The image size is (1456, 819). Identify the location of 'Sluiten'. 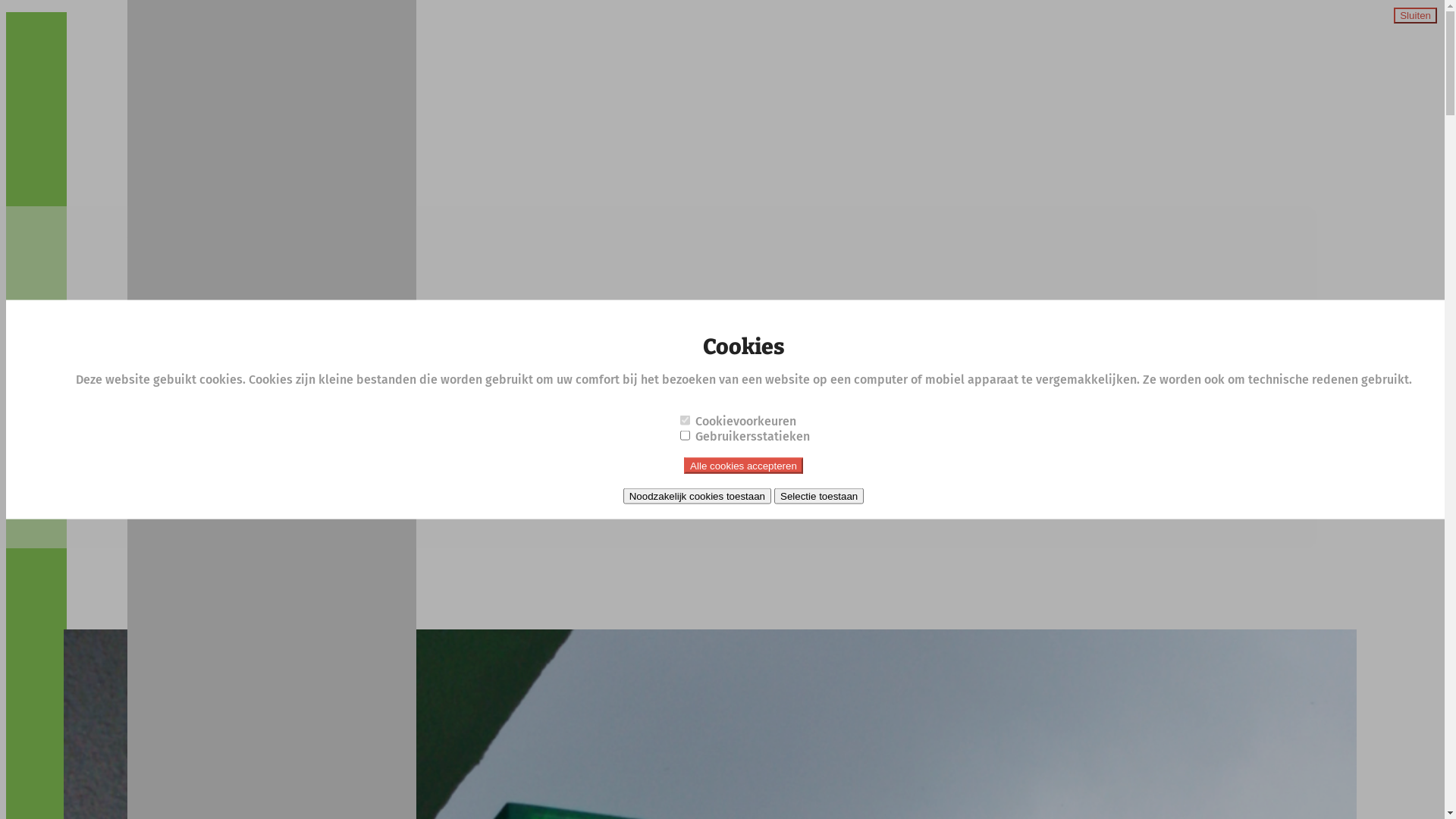
(1394, 15).